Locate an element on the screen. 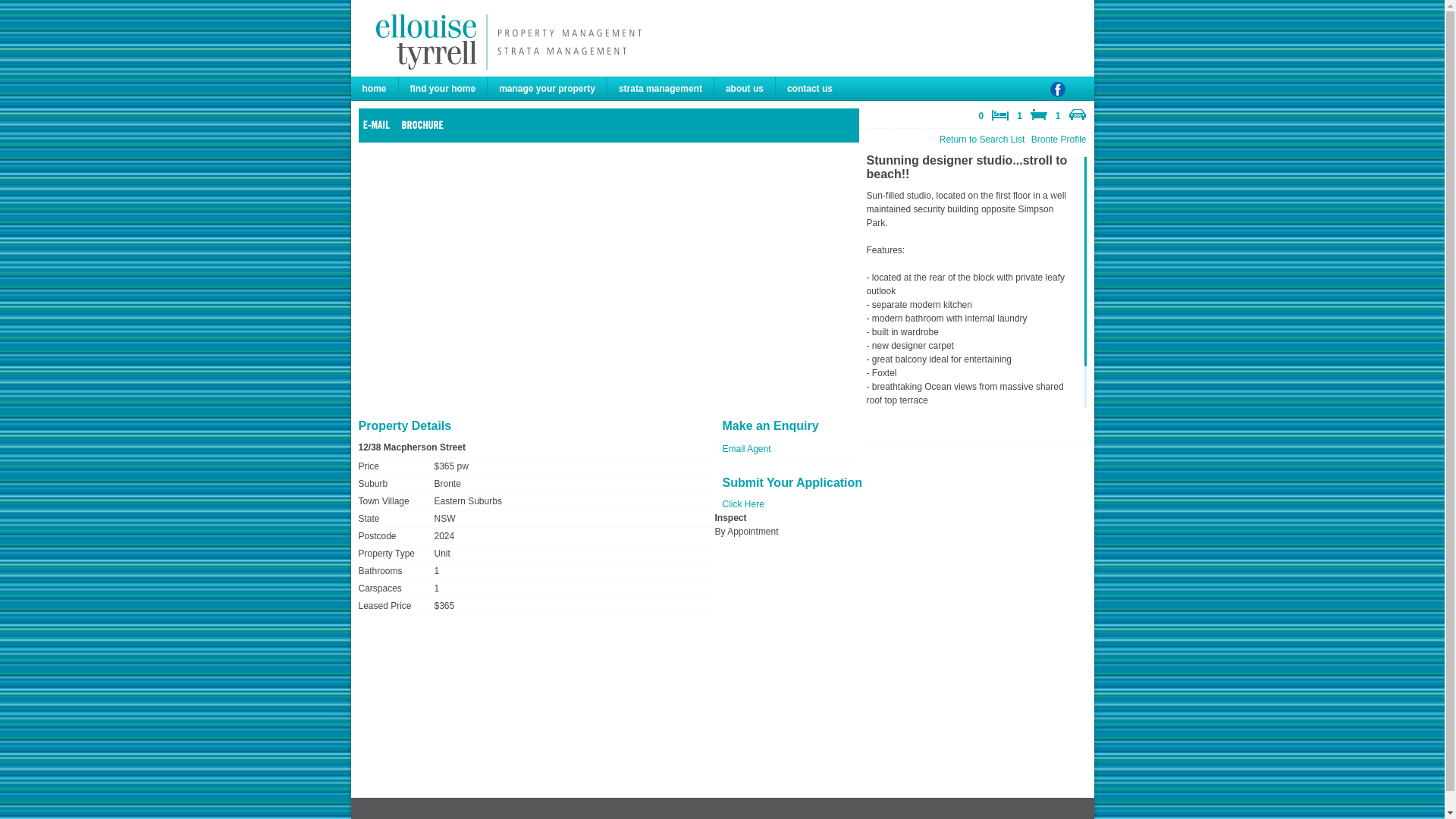  'Email Agent' is located at coordinates (745, 447).